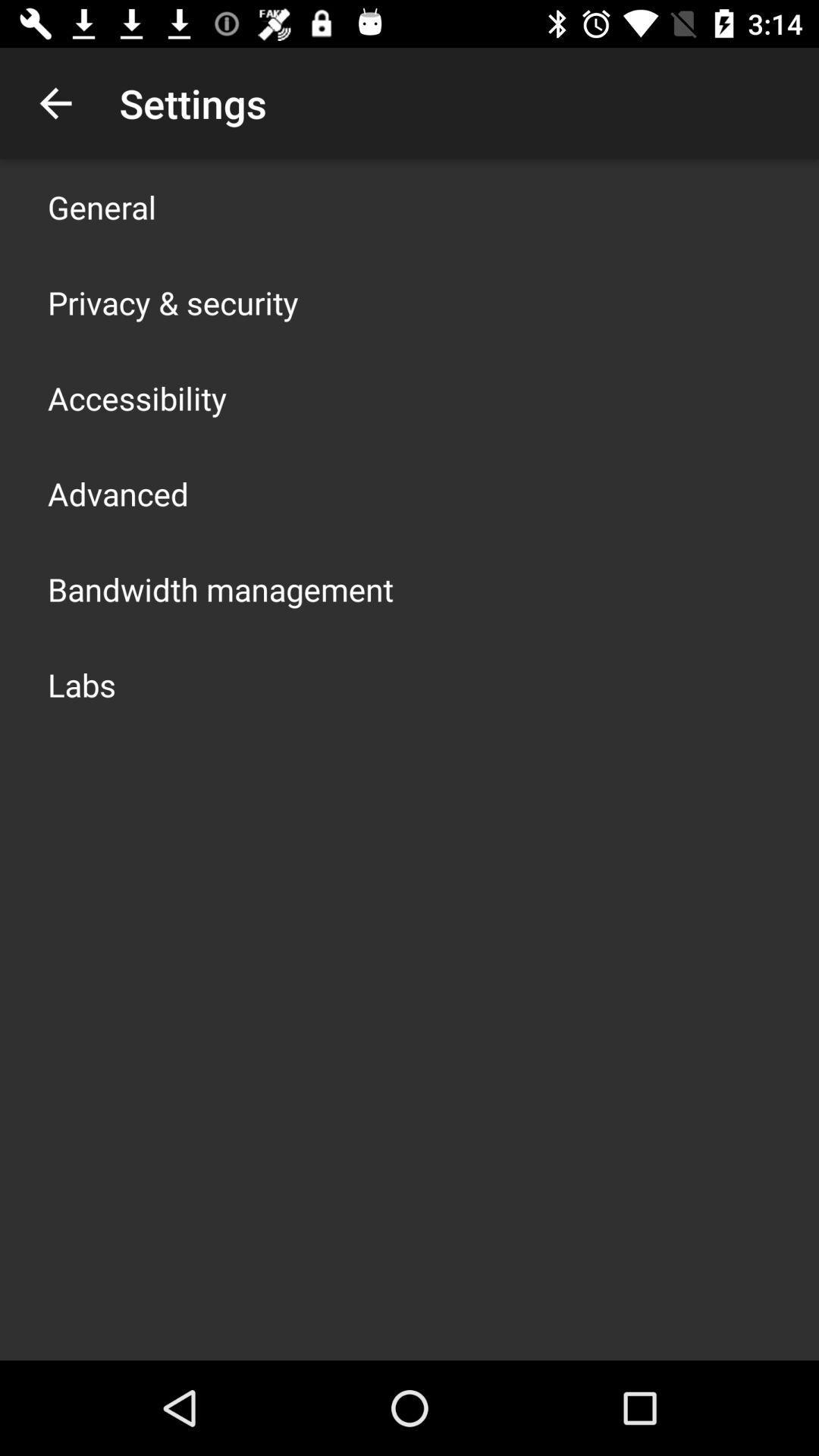  What do you see at coordinates (55, 102) in the screenshot?
I see `the item to the left of settings item` at bounding box center [55, 102].